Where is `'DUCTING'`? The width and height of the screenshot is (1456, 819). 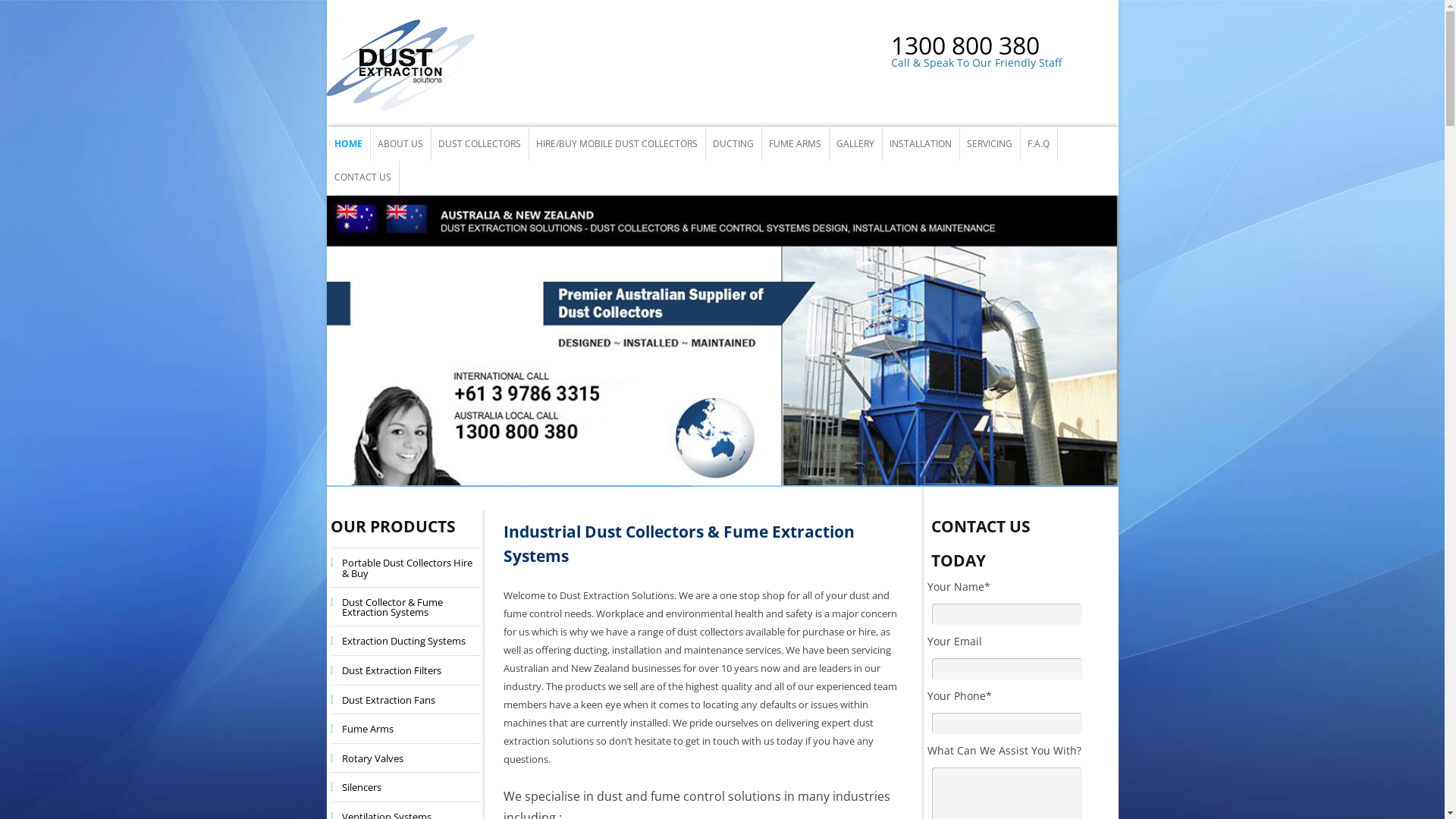 'DUCTING' is located at coordinates (733, 143).